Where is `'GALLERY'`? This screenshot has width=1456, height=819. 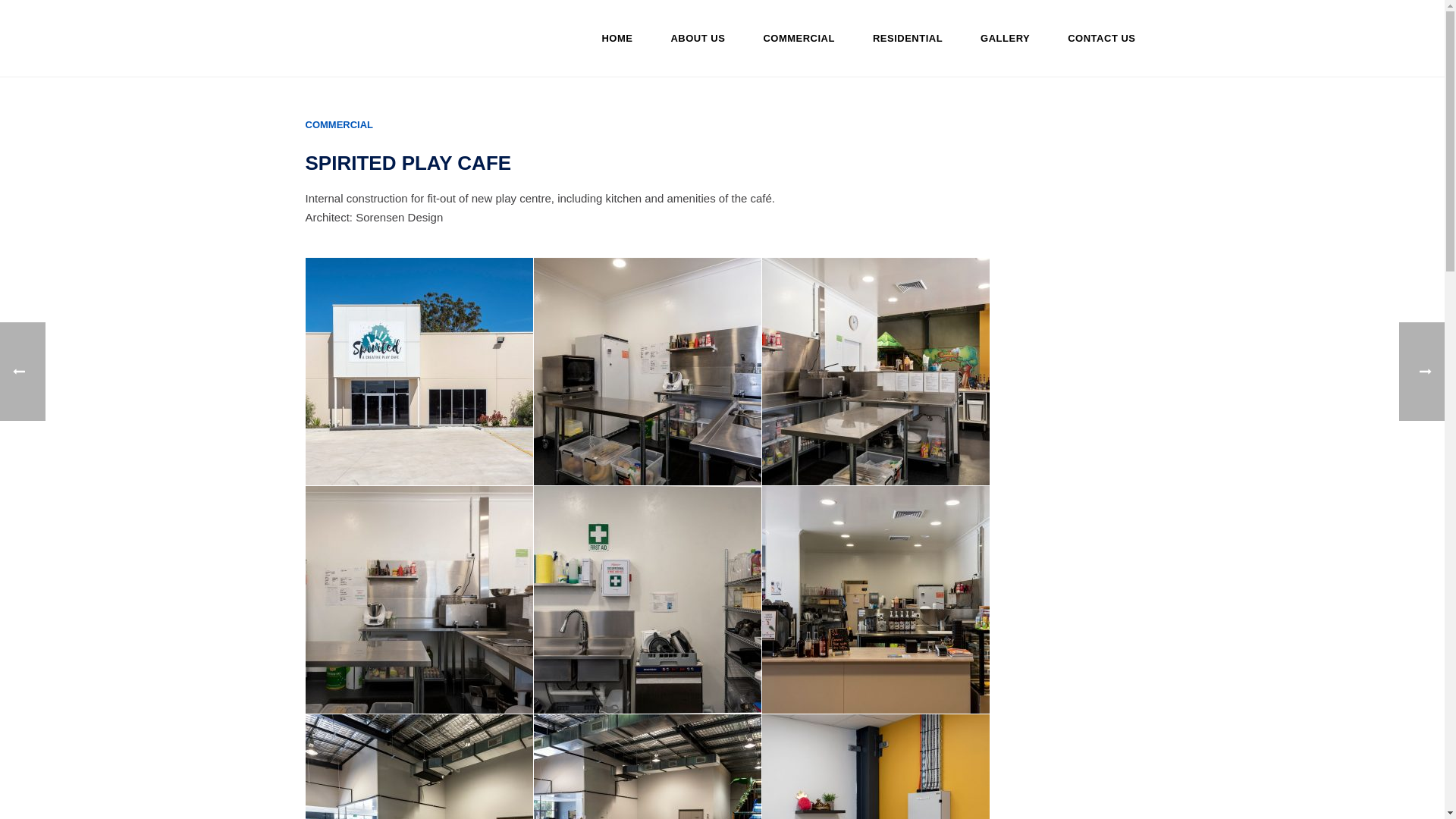
'GALLERY' is located at coordinates (960, 37).